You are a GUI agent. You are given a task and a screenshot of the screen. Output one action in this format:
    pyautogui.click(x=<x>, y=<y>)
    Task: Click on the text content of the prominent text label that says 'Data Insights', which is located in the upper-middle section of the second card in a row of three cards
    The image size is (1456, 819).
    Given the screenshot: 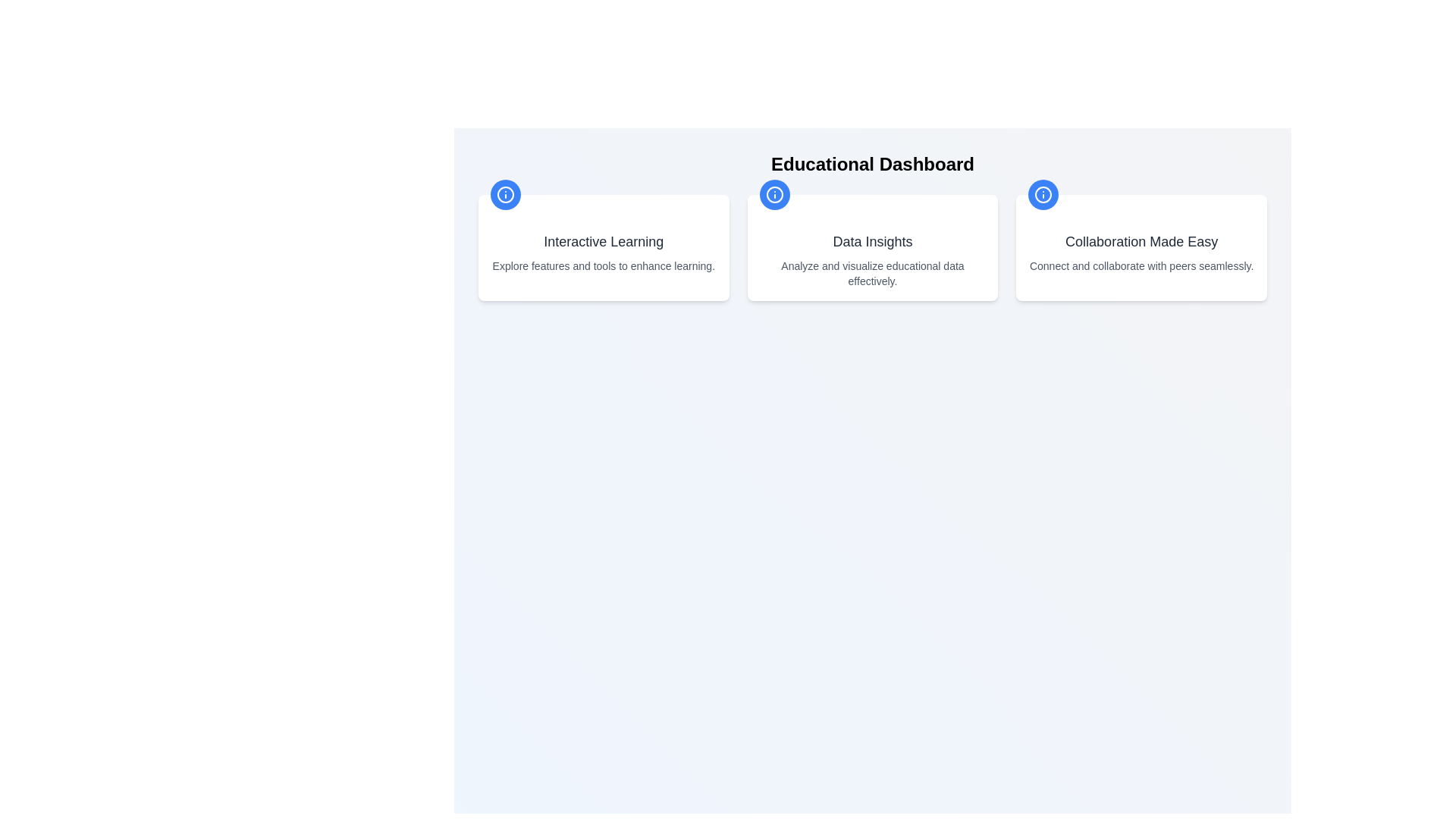 What is the action you would take?
    pyautogui.click(x=873, y=241)
    